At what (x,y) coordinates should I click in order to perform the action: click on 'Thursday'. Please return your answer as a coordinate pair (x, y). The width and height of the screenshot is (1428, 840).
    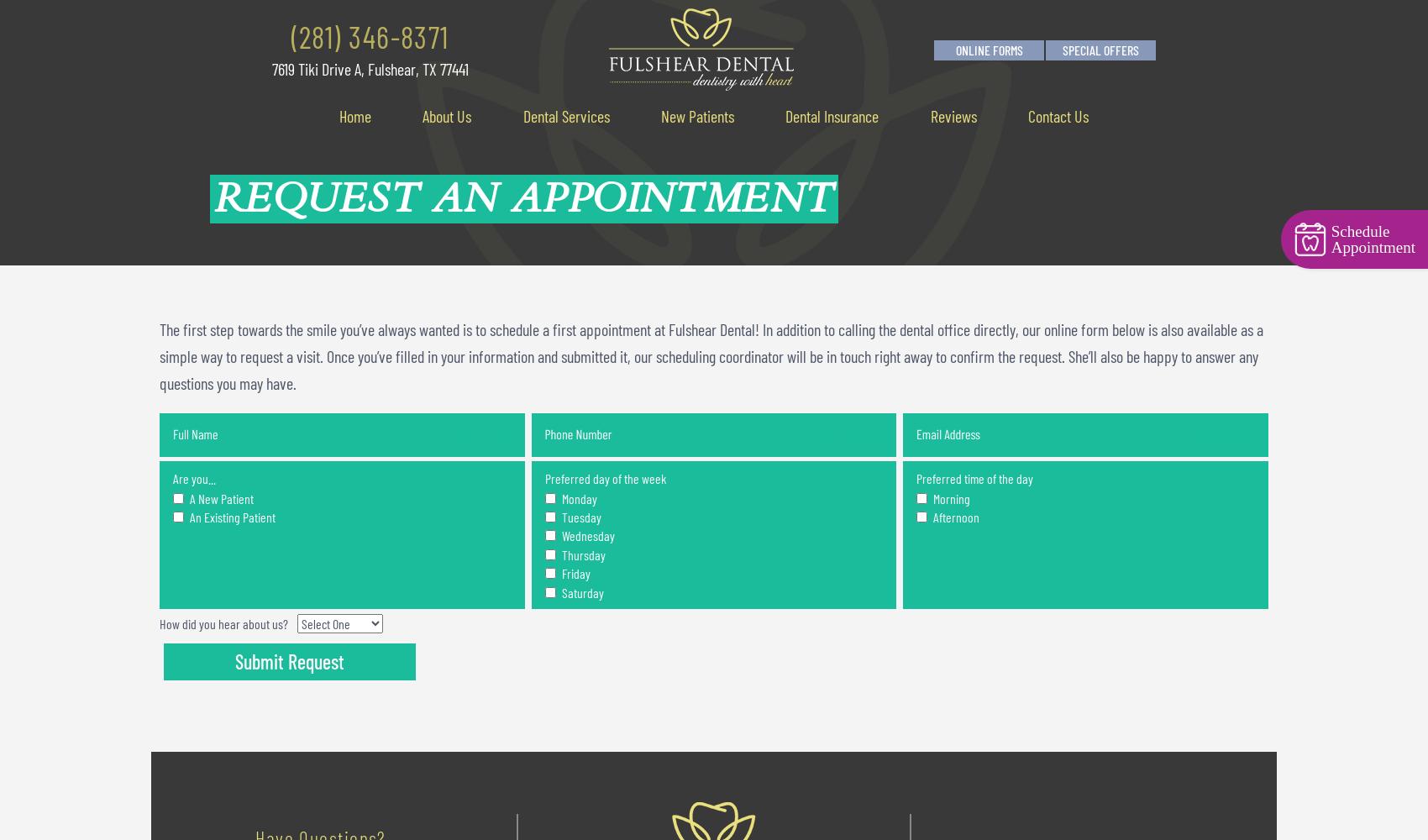
    Looking at the image, I should click on (581, 554).